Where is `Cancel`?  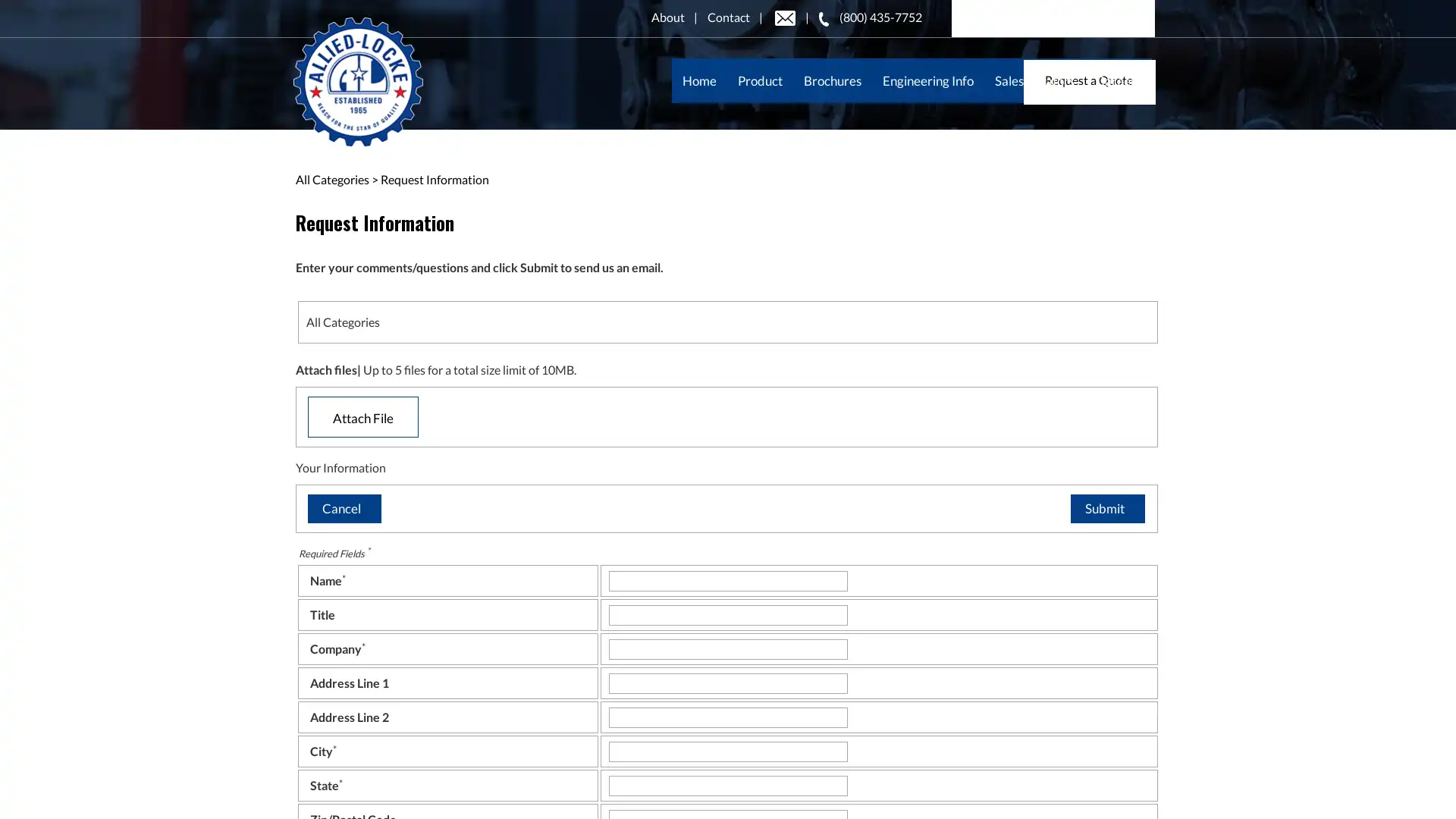
Cancel is located at coordinates (343, 508).